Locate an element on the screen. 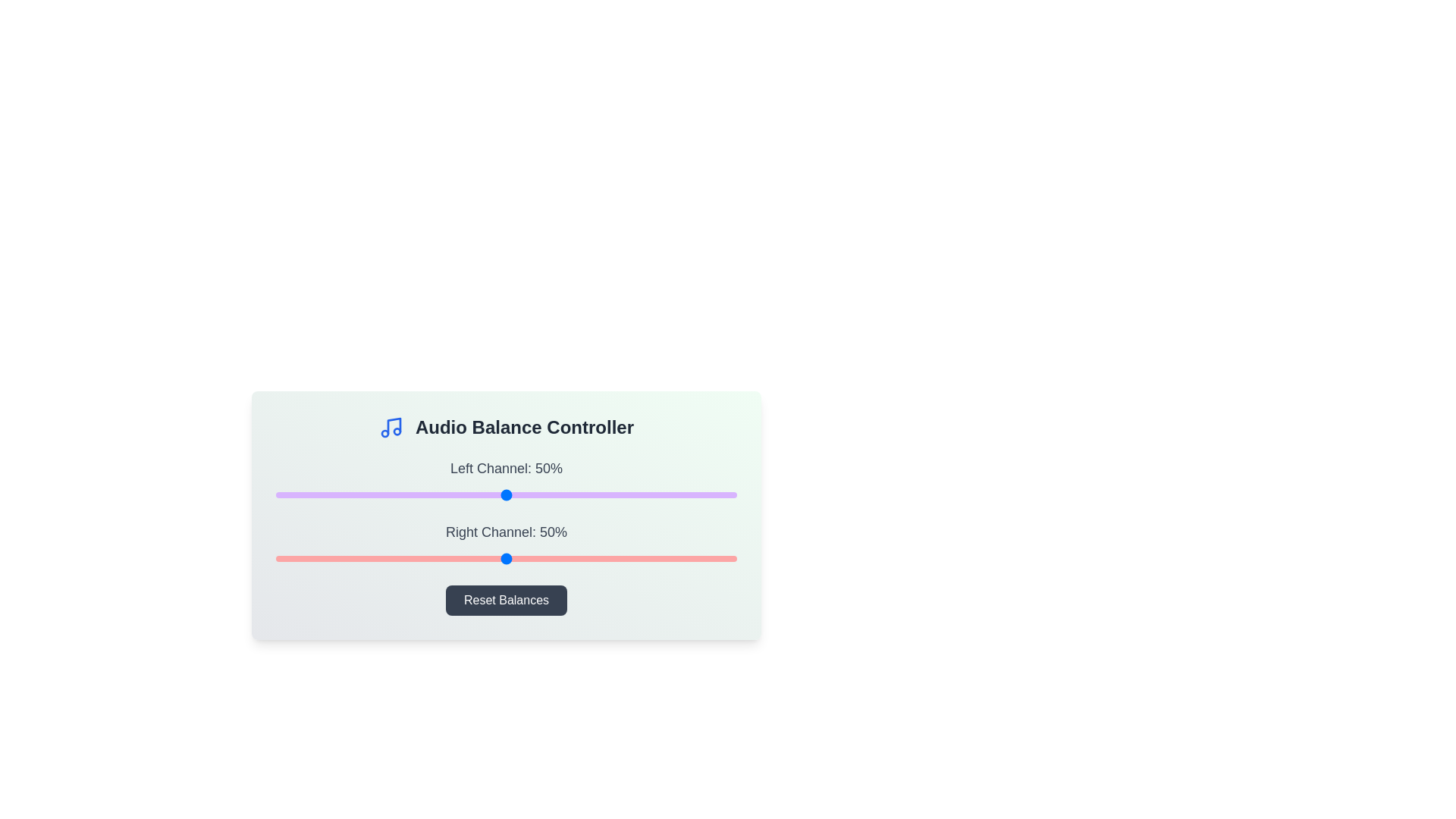  the 'Reset Balances' button to reset the left and right channels to 50% is located at coordinates (506, 599).